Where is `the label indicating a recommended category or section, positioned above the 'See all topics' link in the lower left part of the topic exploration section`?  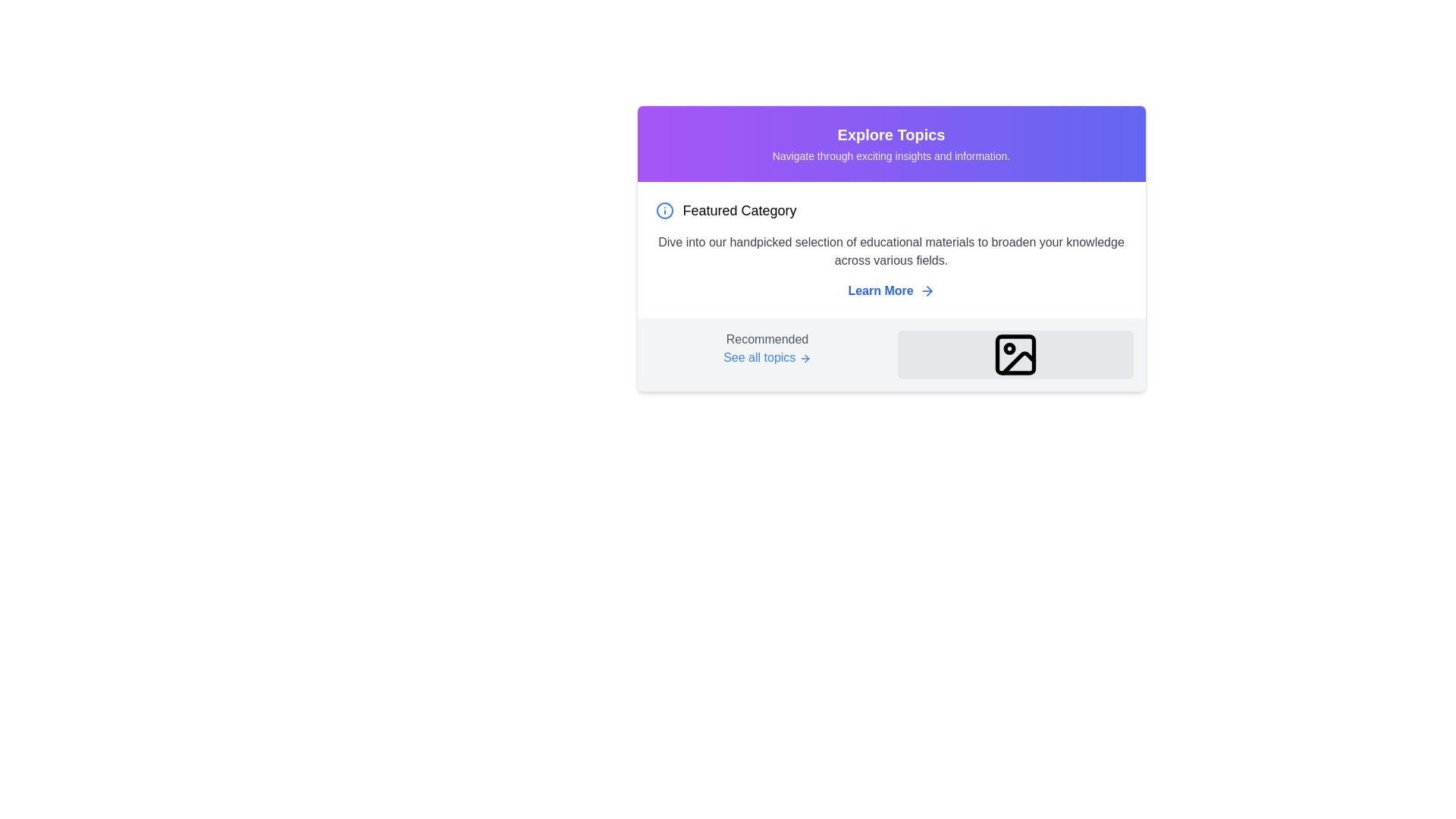 the label indicating a recommended category or section, positioned above the 'See all topics' link in the lower left part of the topic exploration section is located at coordinates (767, 338).